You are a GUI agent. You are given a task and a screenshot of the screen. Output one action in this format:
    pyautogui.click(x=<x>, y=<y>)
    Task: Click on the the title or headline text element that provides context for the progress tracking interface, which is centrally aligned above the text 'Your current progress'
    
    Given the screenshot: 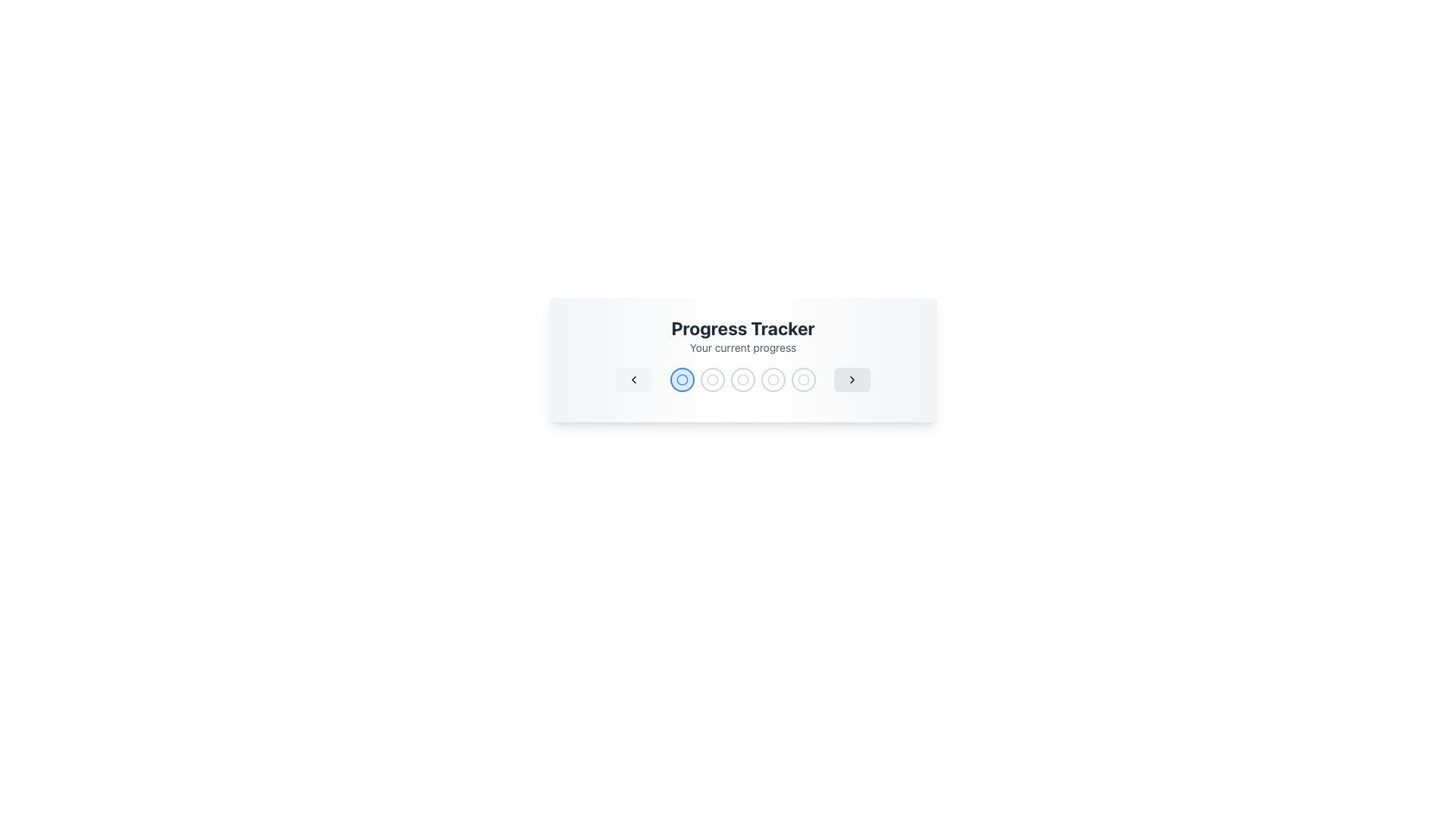 What is the action you would take?
    pyautogui.click(x=742, y=327)
    